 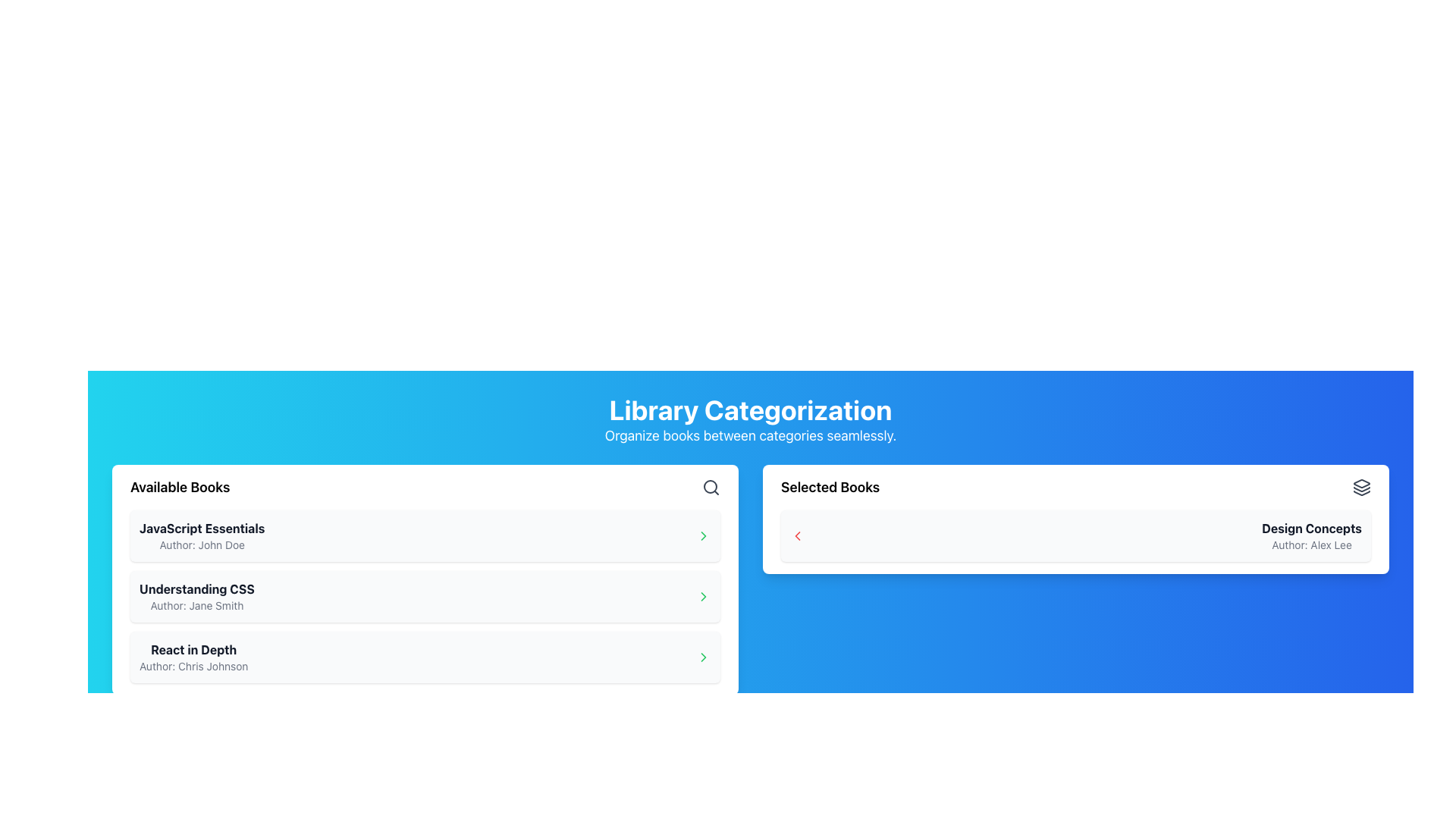 I want to click on the chevron right icon located on the far right of the 'React in Depth' item in the 'Available Books' section, so click(x=702, y=535).